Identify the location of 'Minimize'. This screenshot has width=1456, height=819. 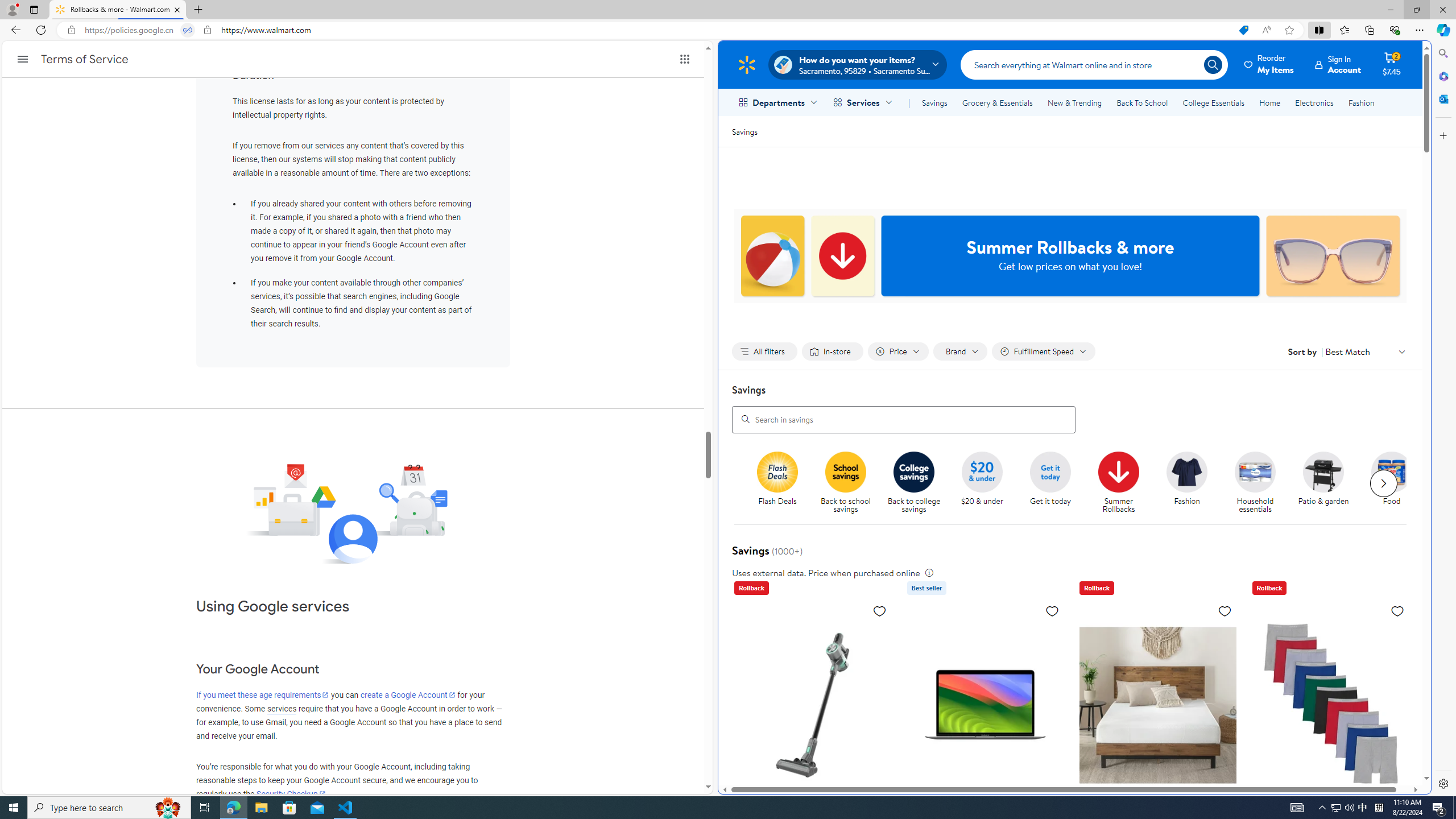
(1389, 9).